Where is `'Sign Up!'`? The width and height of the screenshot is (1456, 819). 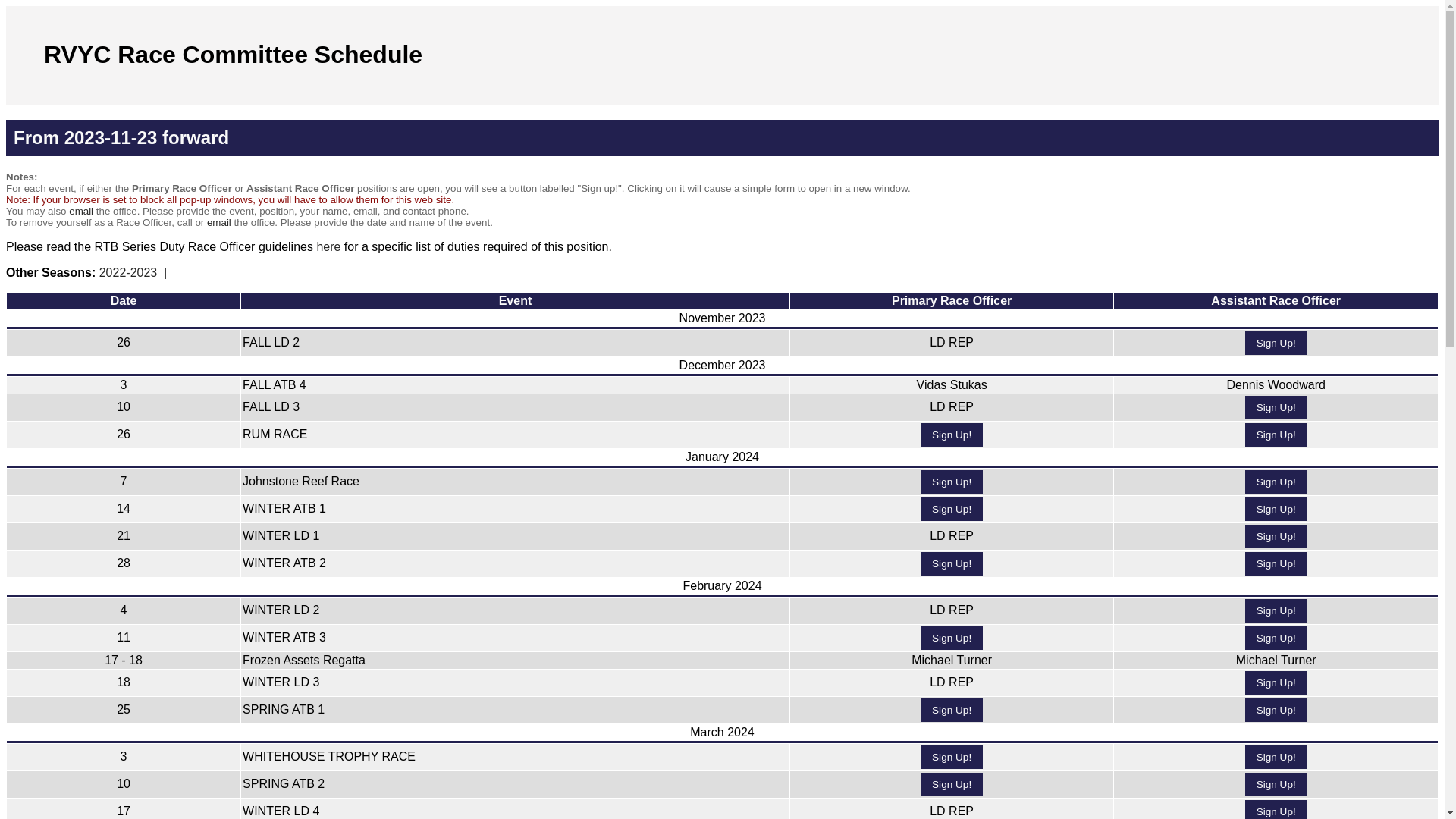
'Sign Up!' is located at coordinates (950, 638).